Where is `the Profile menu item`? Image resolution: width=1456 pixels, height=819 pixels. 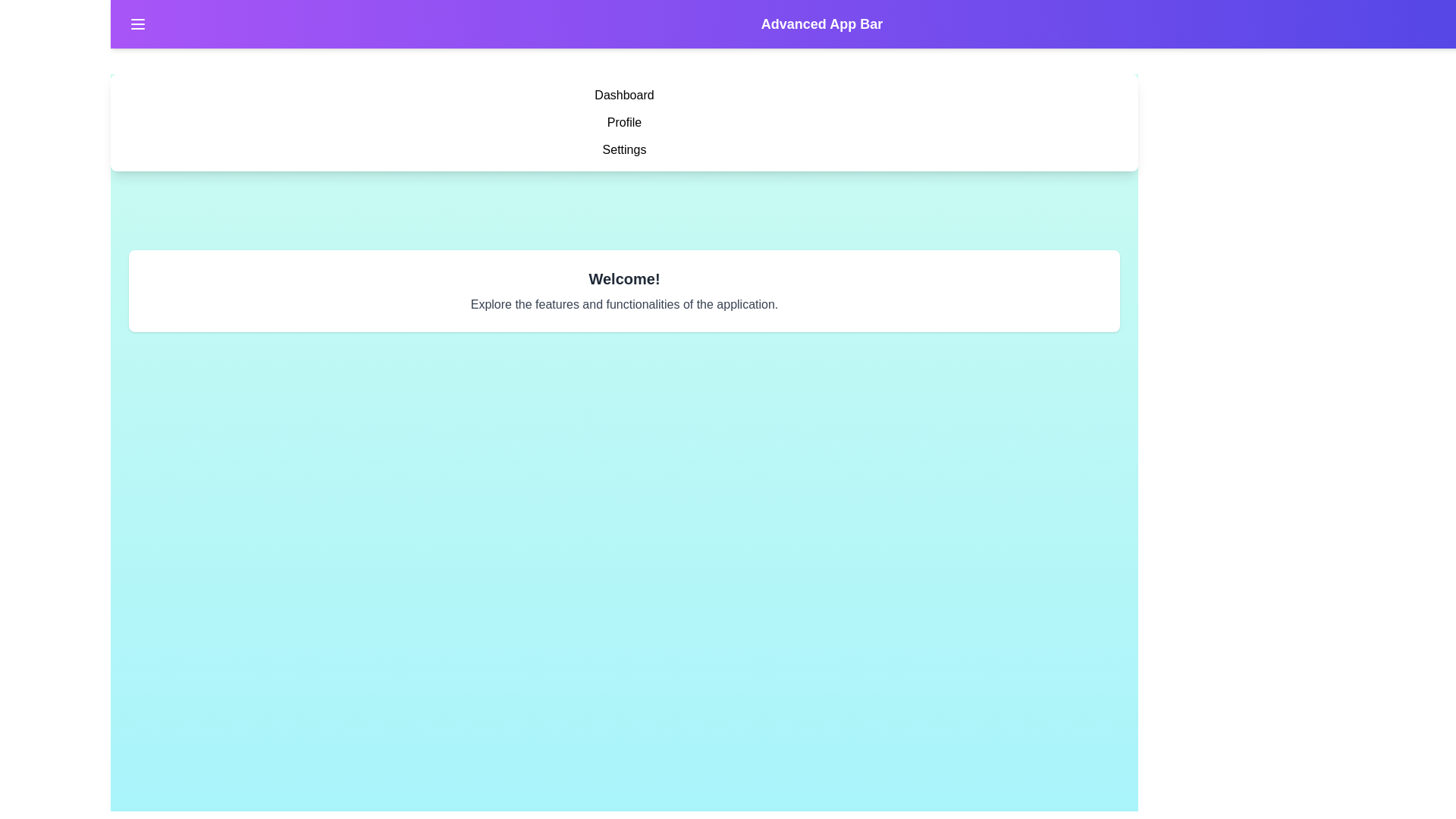 the Profile menu item is located at coordinates (624, 122).